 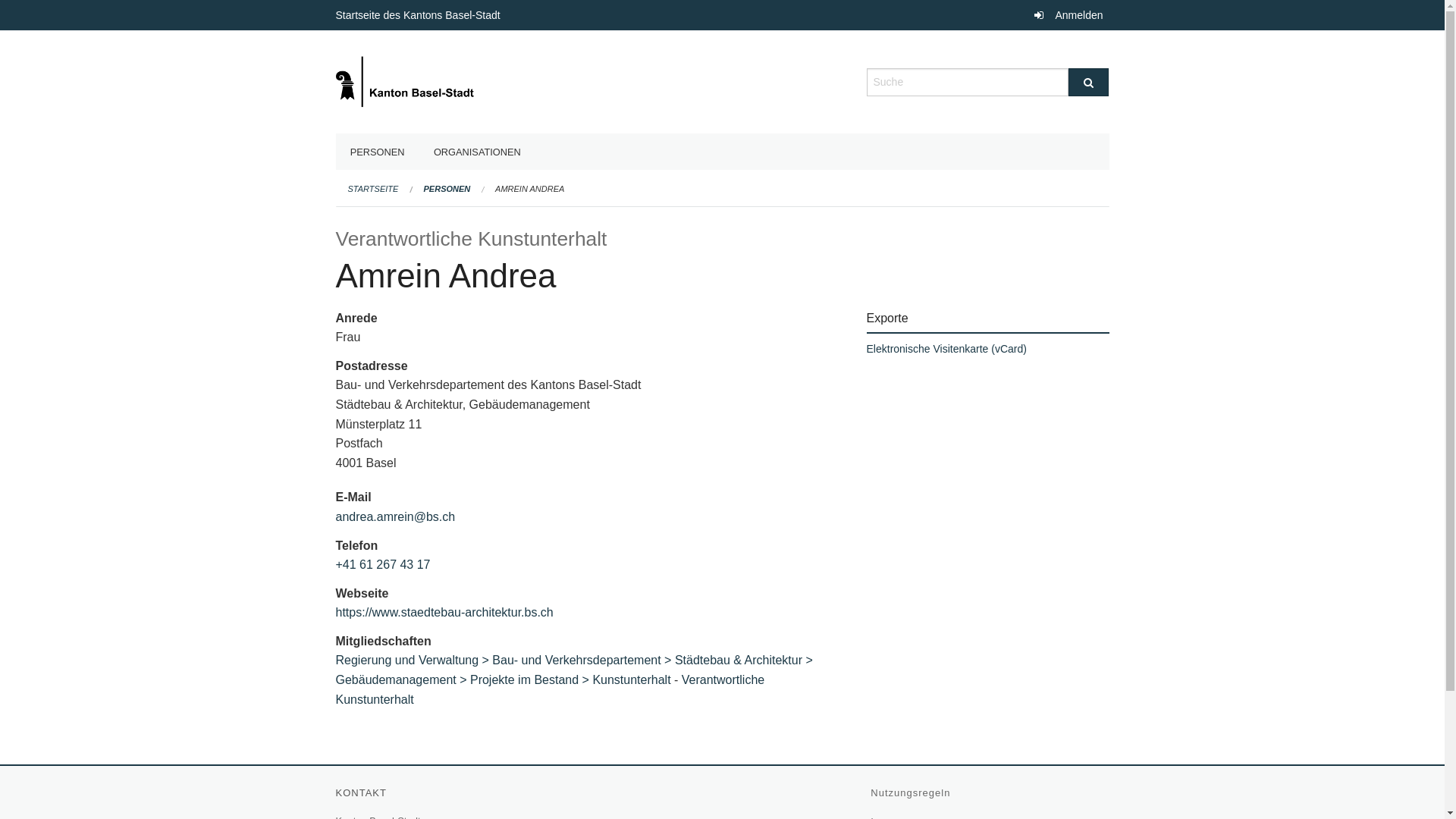 I want to click on 'AMREIN ANDREA', so click(x=529, y=188).